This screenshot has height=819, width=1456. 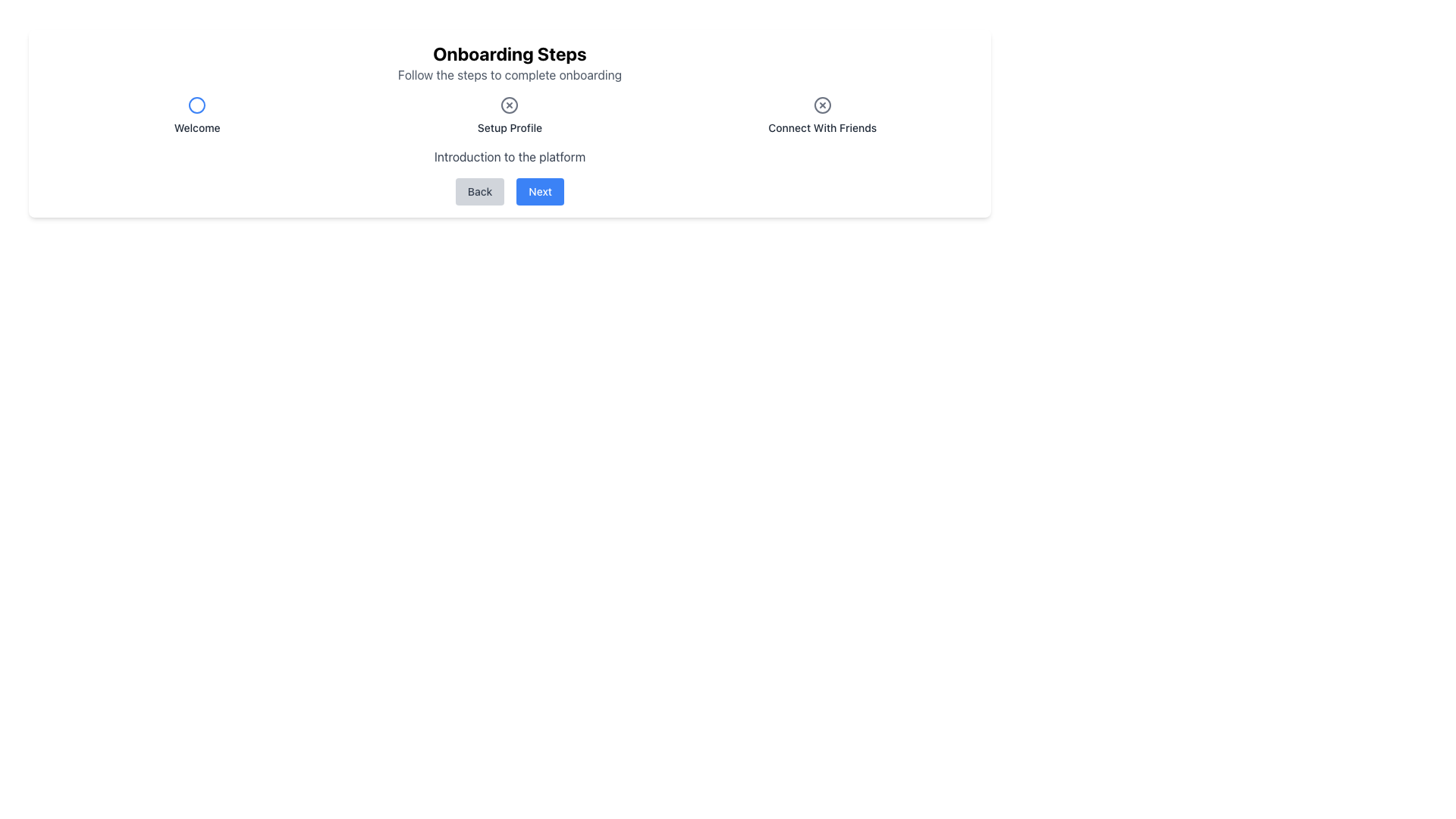 What do you see at coordinates (510, 104) in the screenshot?
I see `the circular gray icon with an 'X' mark in its center, which represents the step in the onboarding process above the 'Setup Profile' text` at bounding box center [510, 104].